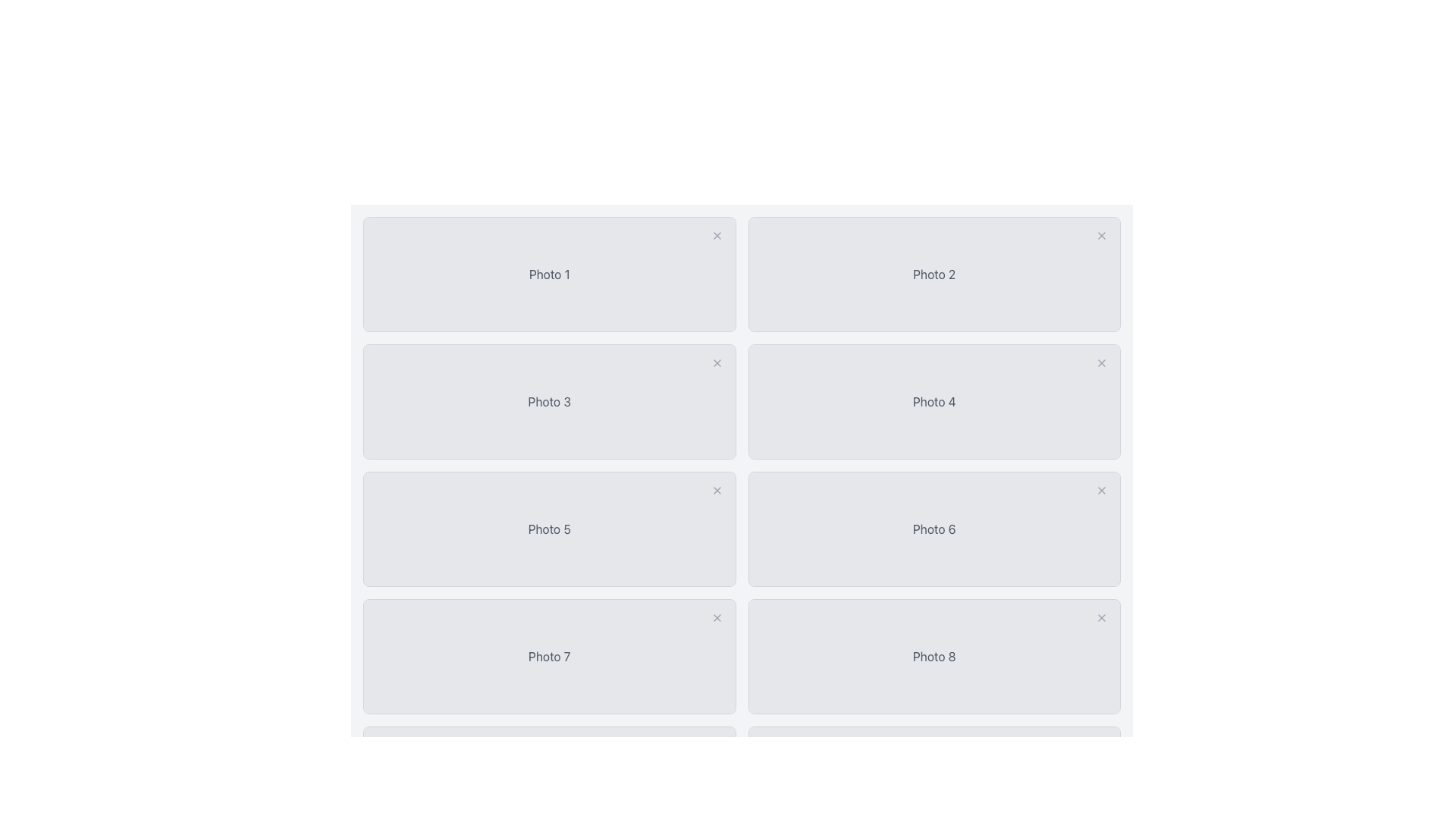 This screenshot has height=819, width=1456. Describe the element at coordinates (1102, 362) in the screenshot. I see `the close button located in the top-right corner of the 'Photo 4' card` at that location.